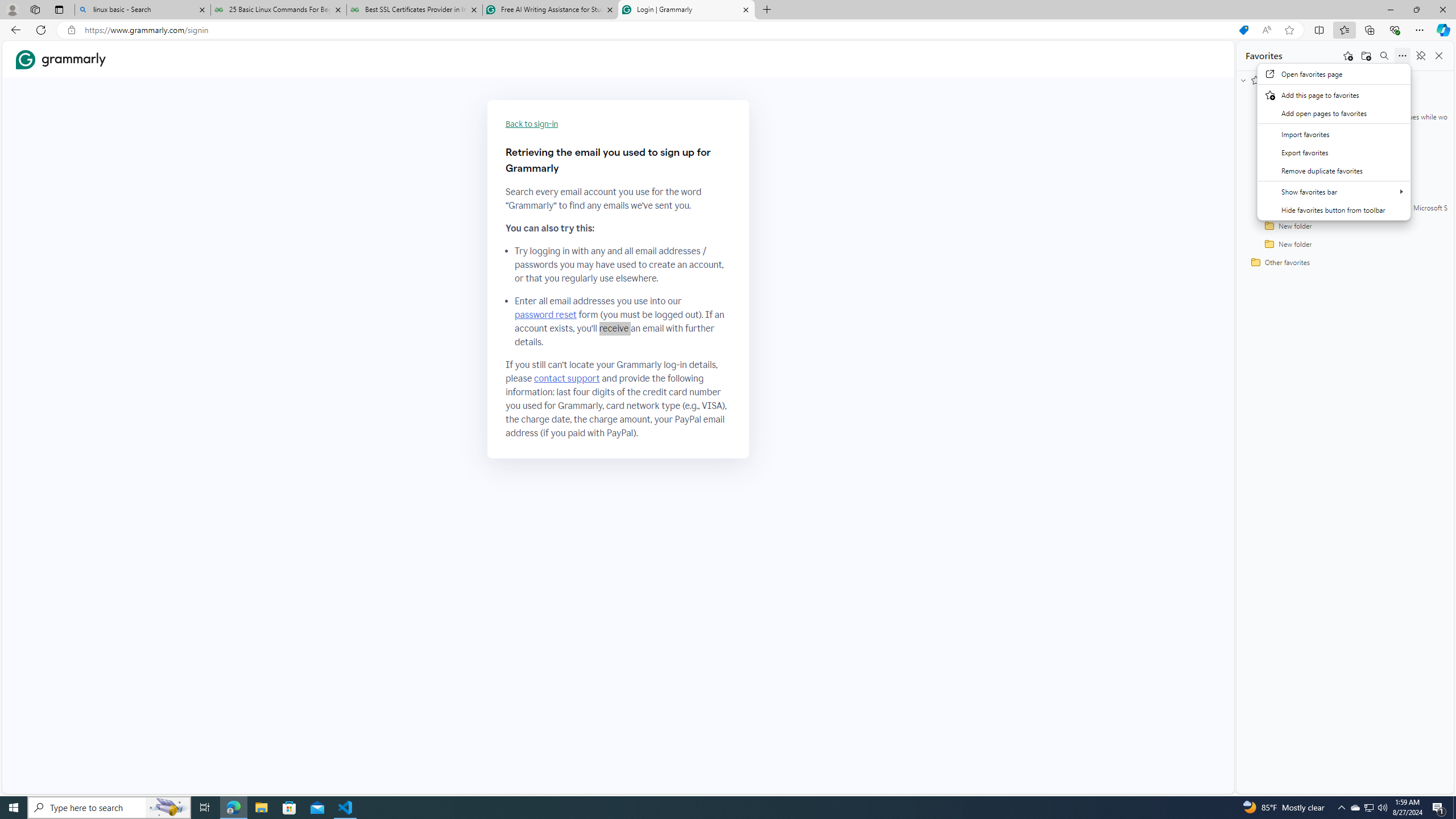 The image size is (1456, 819). What do you see at coordinates (415, 9) in the screenshot?
I see `'Best SSL Certificates Provider in India - GeeksforGeeks'` at bounding box center [415, 9].